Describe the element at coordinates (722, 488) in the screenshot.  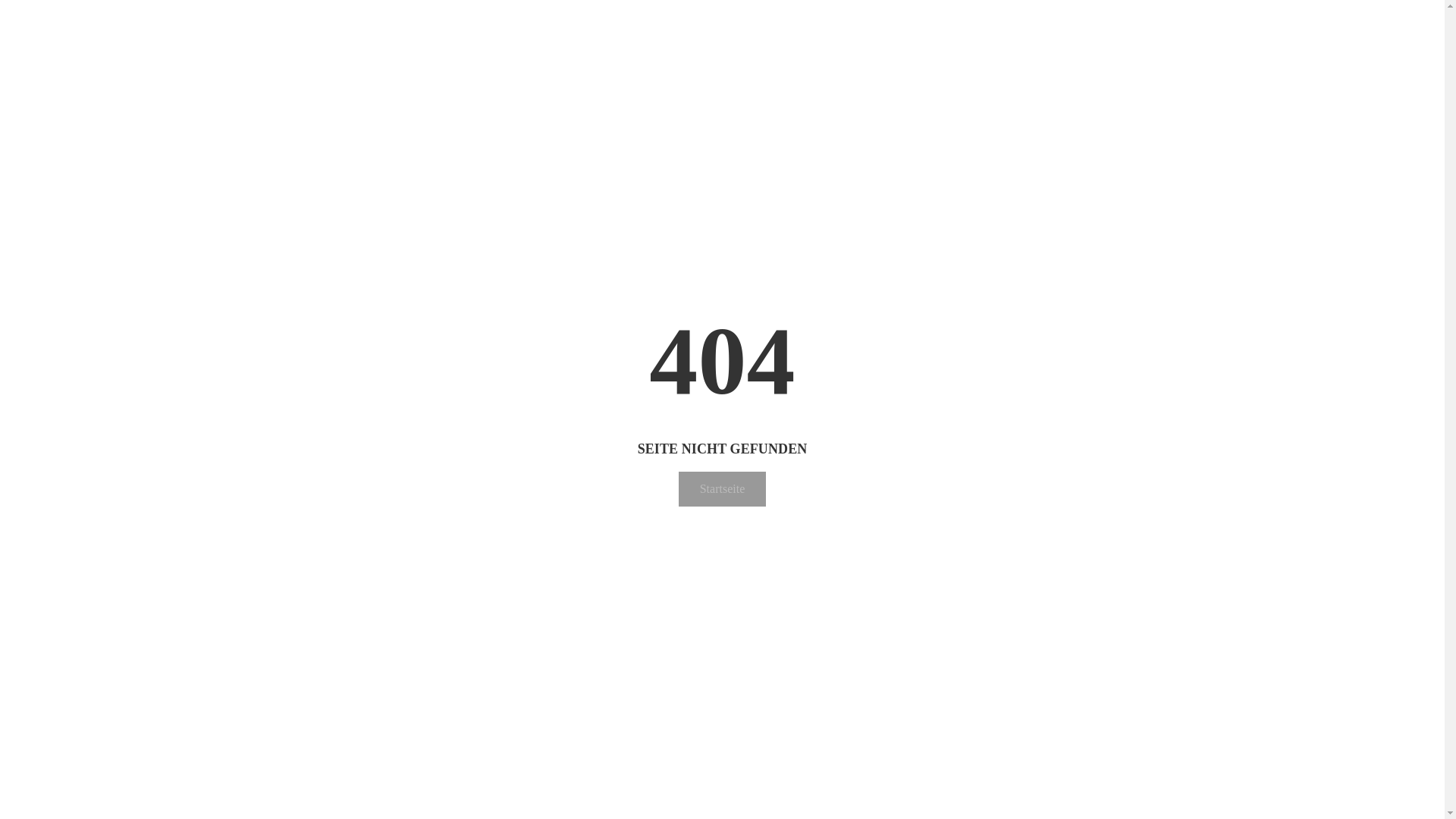
I see `'Startseite'` at that location.